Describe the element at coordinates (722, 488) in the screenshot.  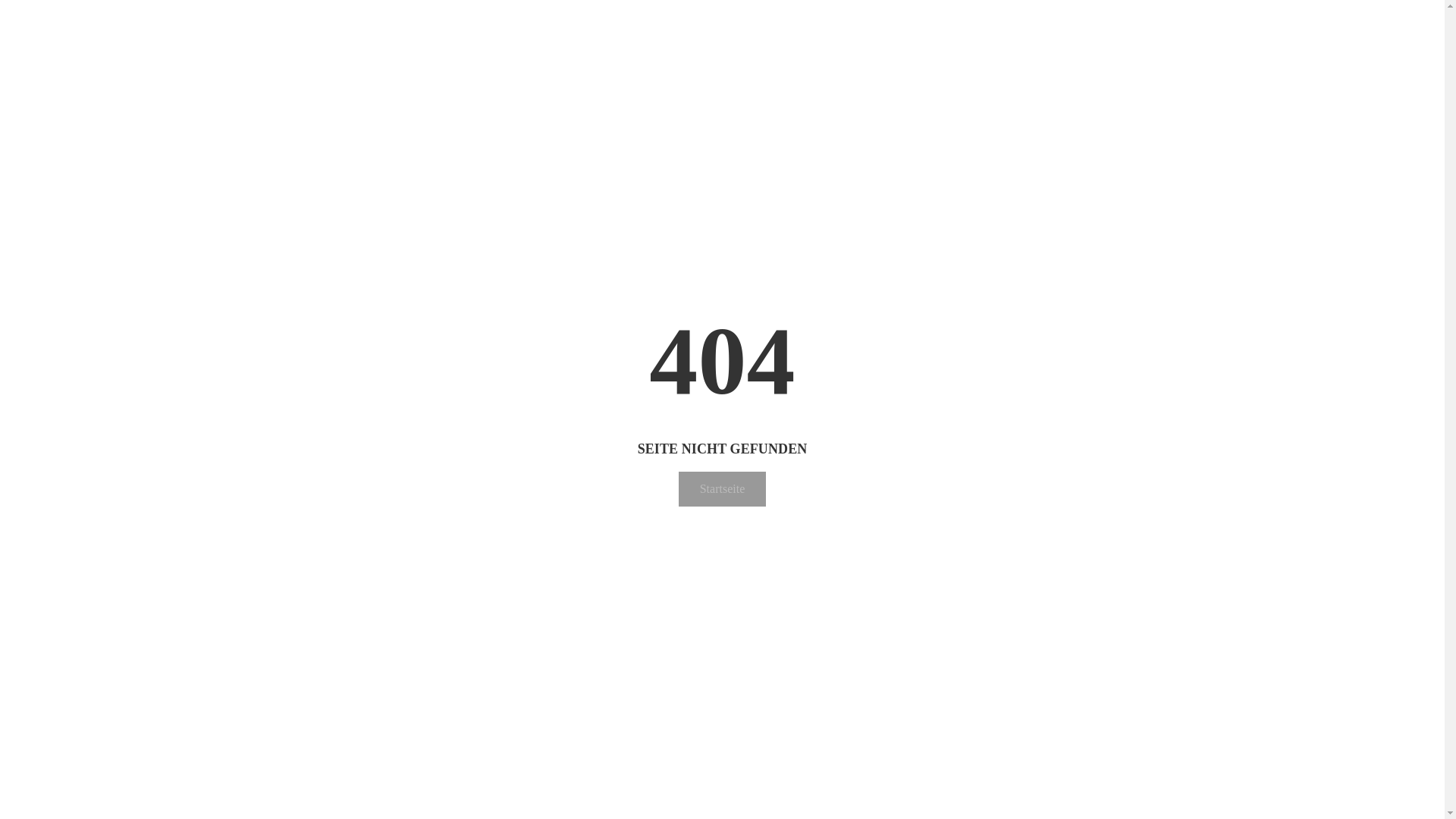
I see `'Startseite'` at that location.